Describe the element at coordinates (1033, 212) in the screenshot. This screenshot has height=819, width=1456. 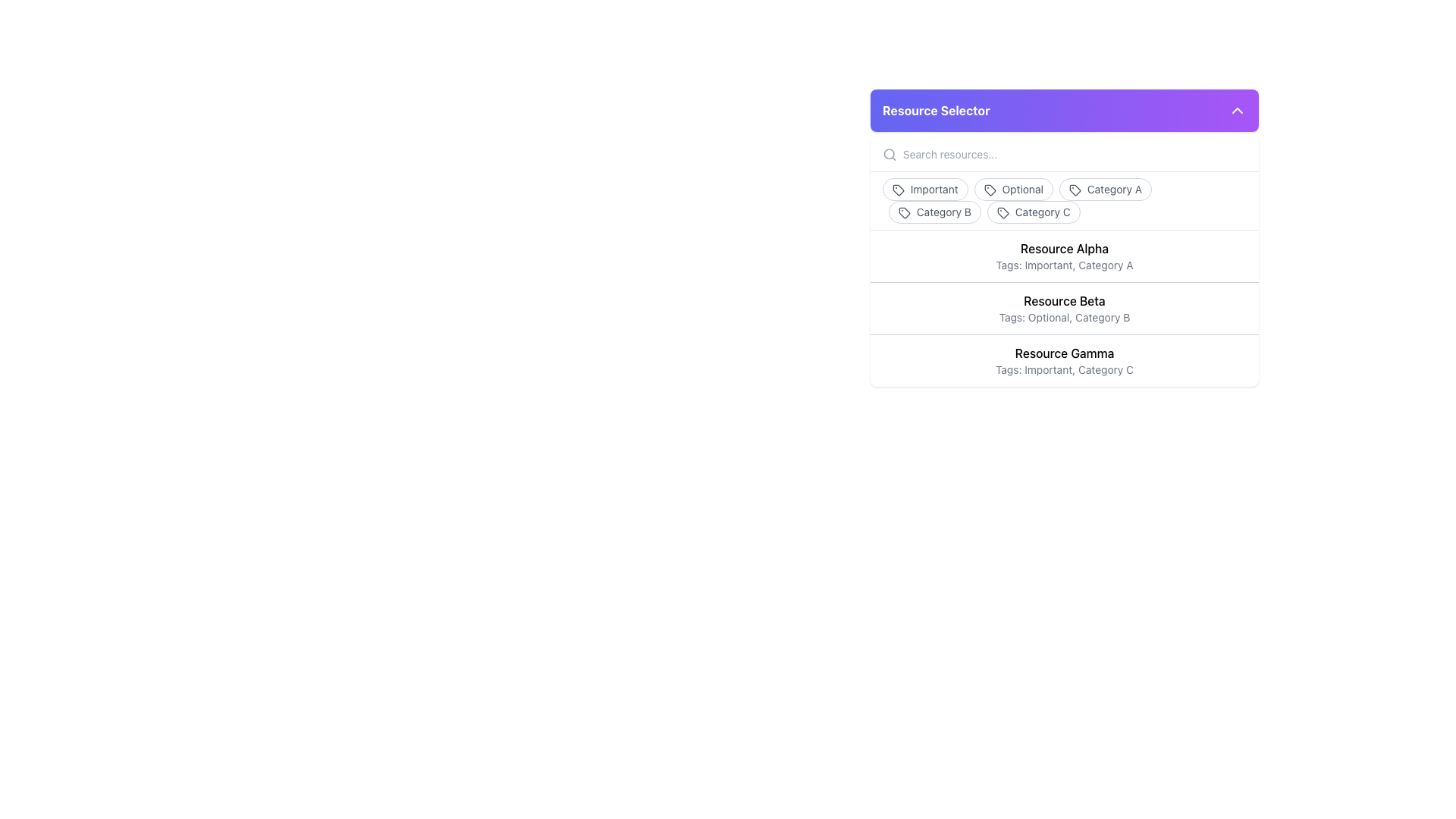
I see `the fifth button in the row of category selectors` at that location.